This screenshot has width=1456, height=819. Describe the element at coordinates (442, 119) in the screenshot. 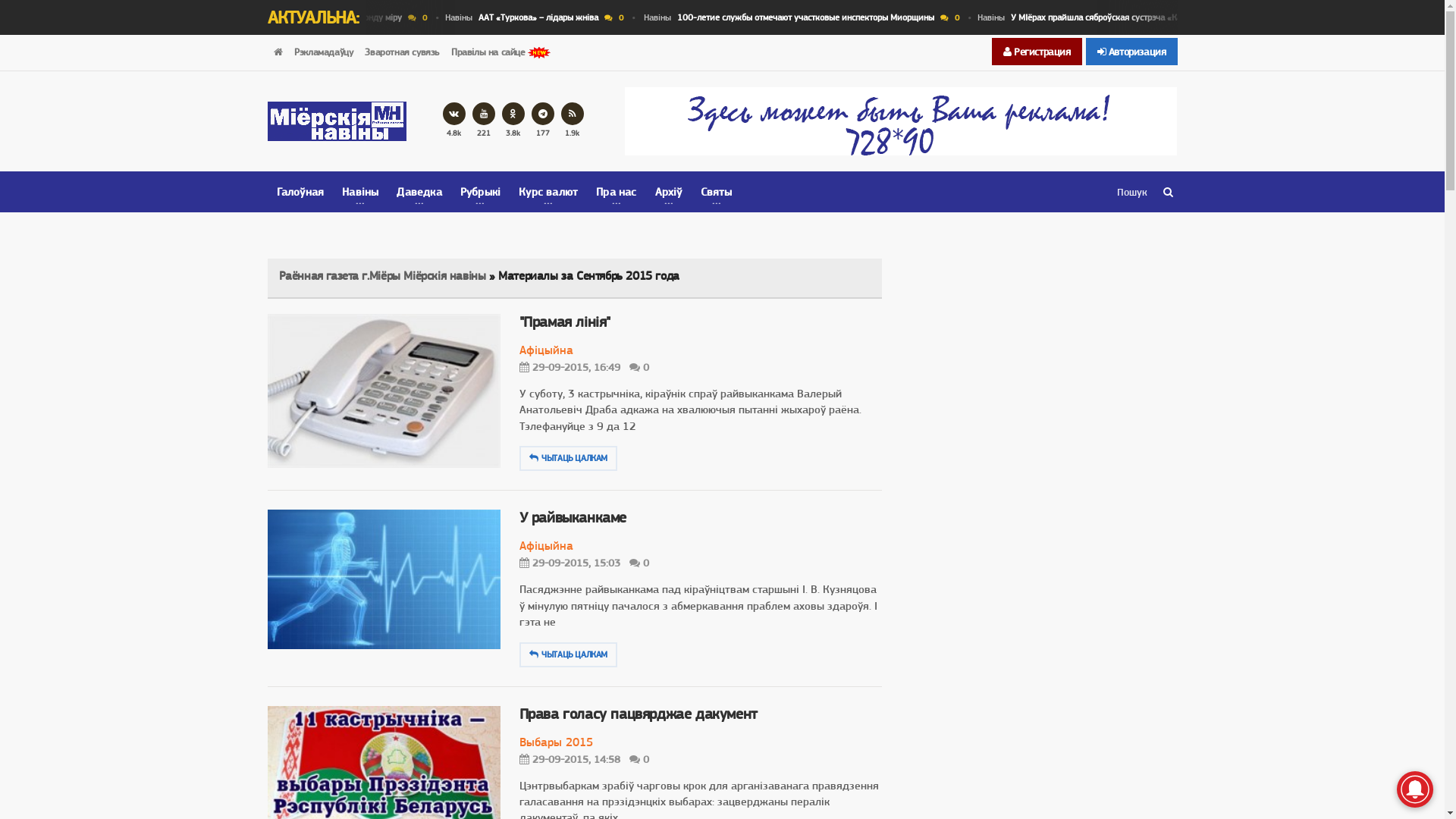

I see `'4.8k'` at that location.